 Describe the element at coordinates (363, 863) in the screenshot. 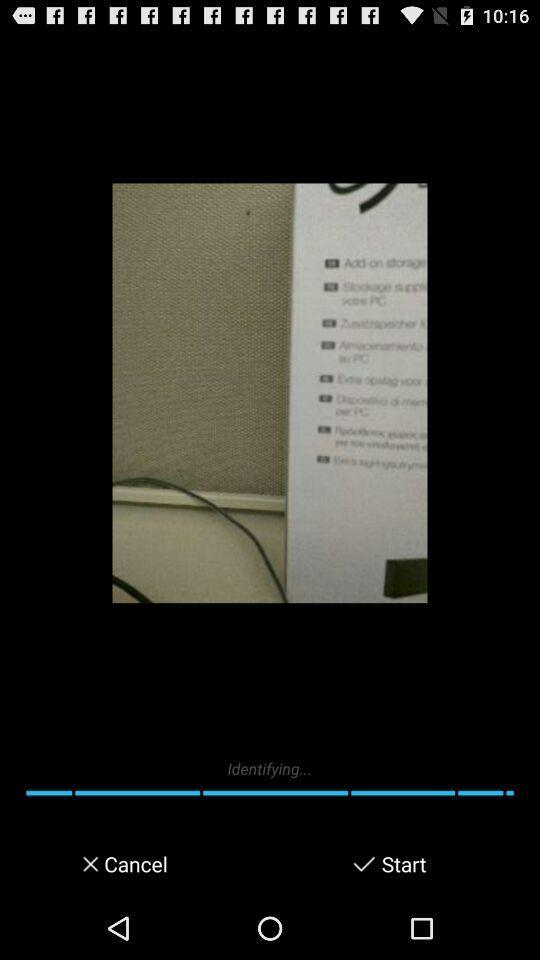

I see `app to the right of cancel` at that location.